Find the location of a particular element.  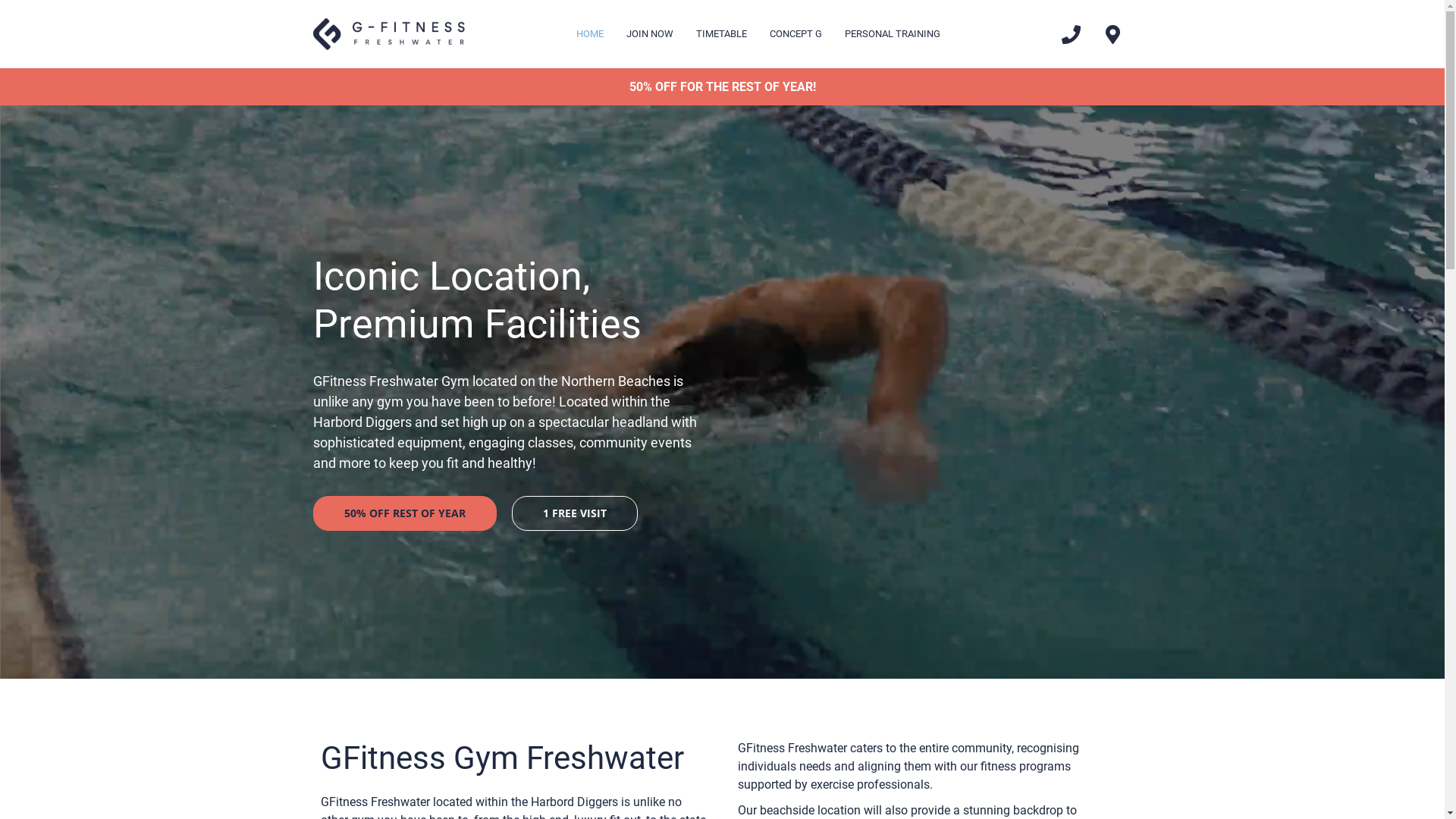

'1 FREE VISIT' is located at coordinates (573, 513).